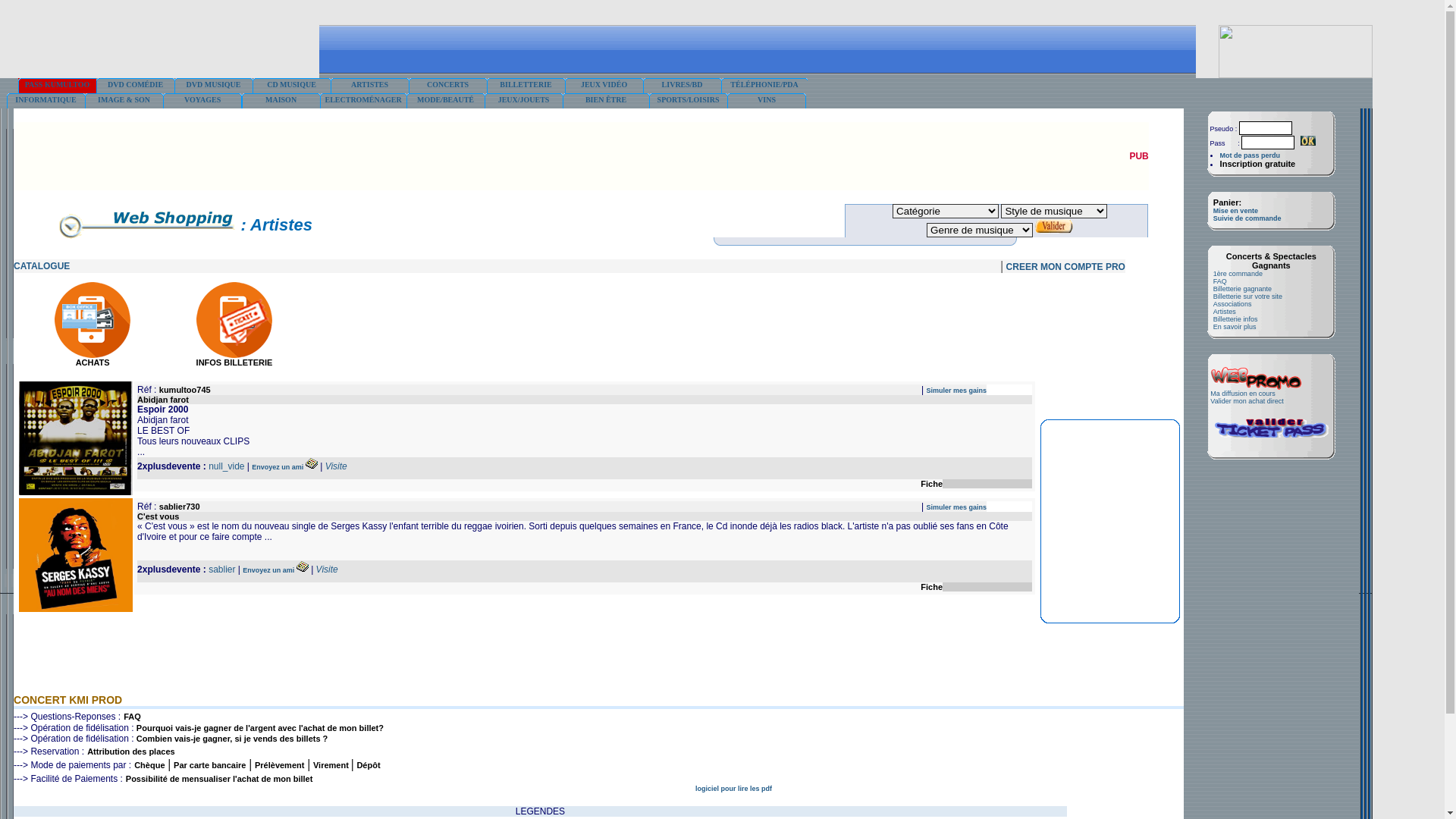 The height and width of the screenshot is (819, 1456). I want to click on 'Envoyez un ami', so click(269, 570).